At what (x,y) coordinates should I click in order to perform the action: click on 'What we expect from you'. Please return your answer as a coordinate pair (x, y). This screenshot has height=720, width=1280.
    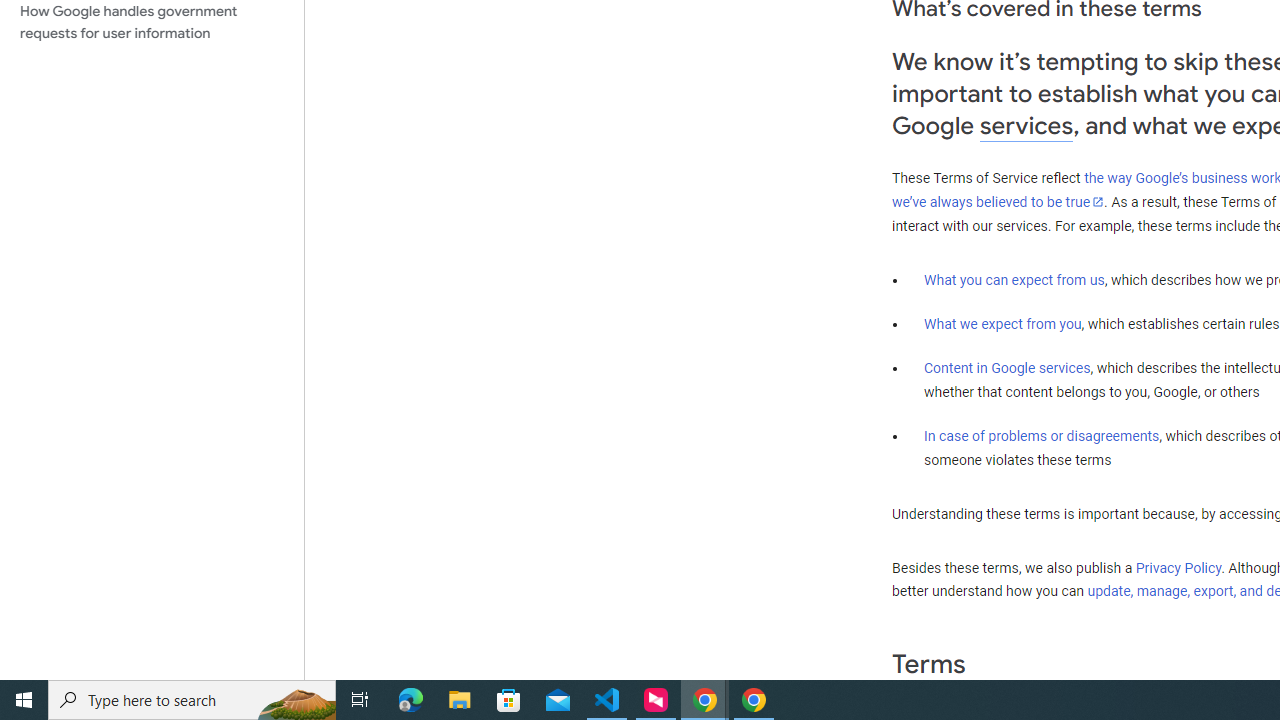
    Looking at the image, I should click on (1002, 323).